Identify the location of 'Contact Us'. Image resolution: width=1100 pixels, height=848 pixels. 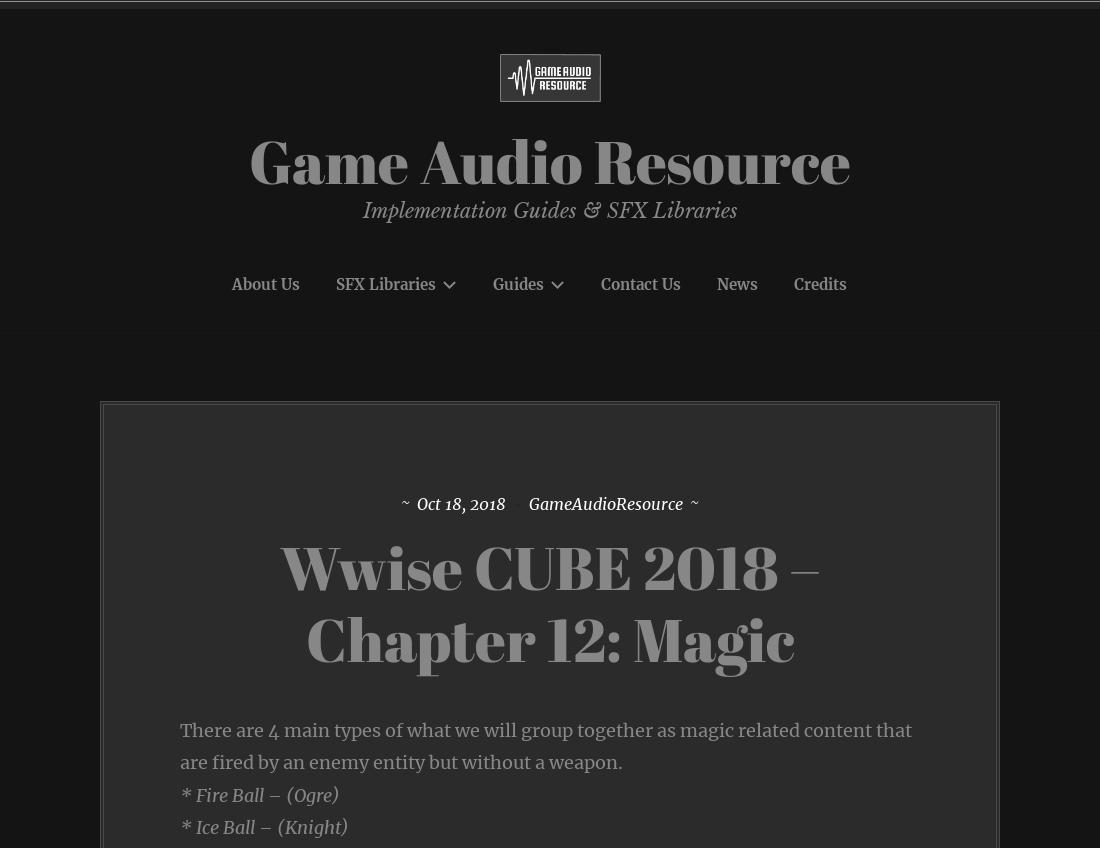
(640, 283).